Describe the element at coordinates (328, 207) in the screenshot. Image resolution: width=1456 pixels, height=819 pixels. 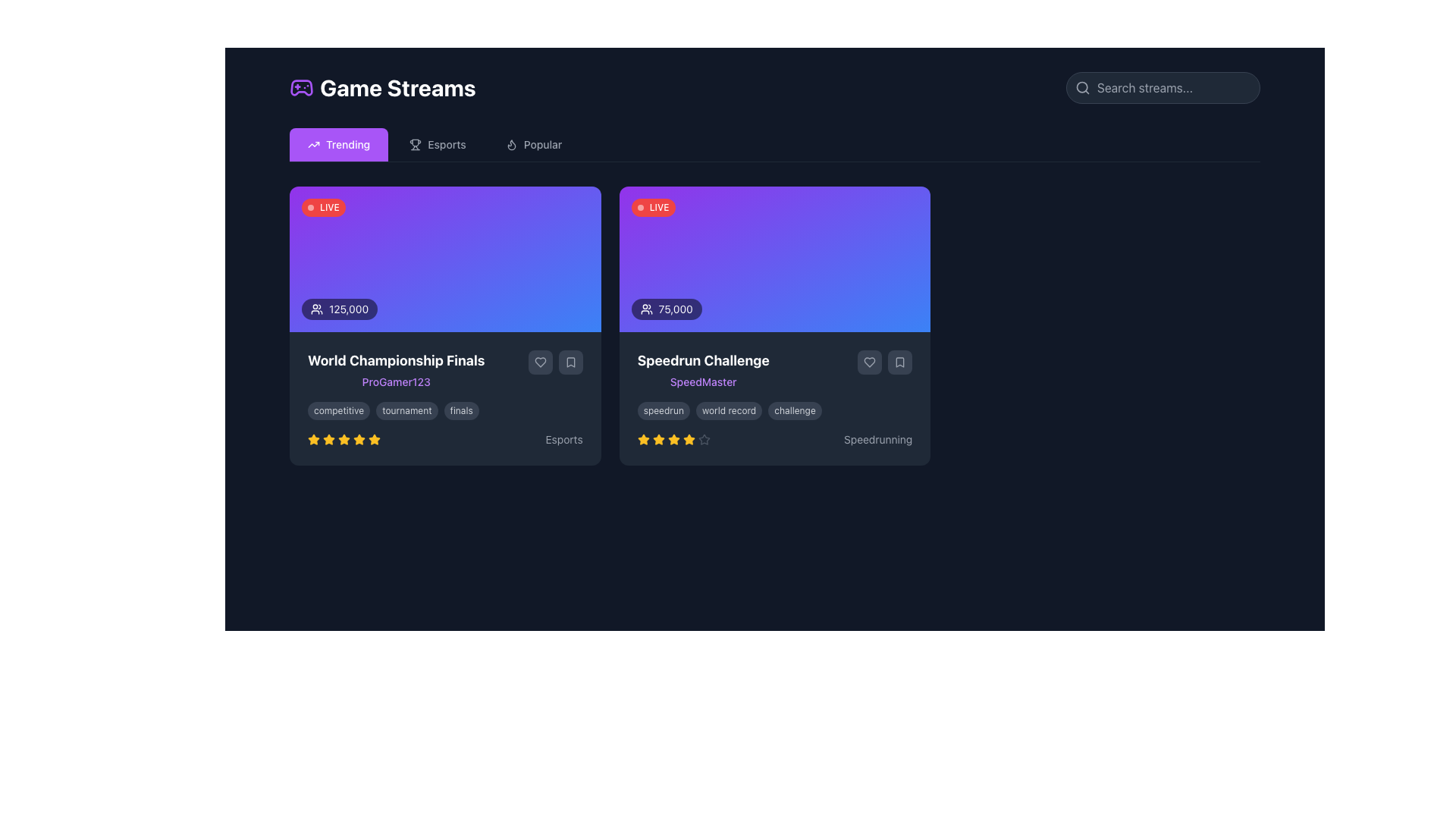
I see `text displayed on the 'LIVE' label, which is a small text component with a white font on a red rectangular background, located inside a red badge in the top-left area of a card` at that location.